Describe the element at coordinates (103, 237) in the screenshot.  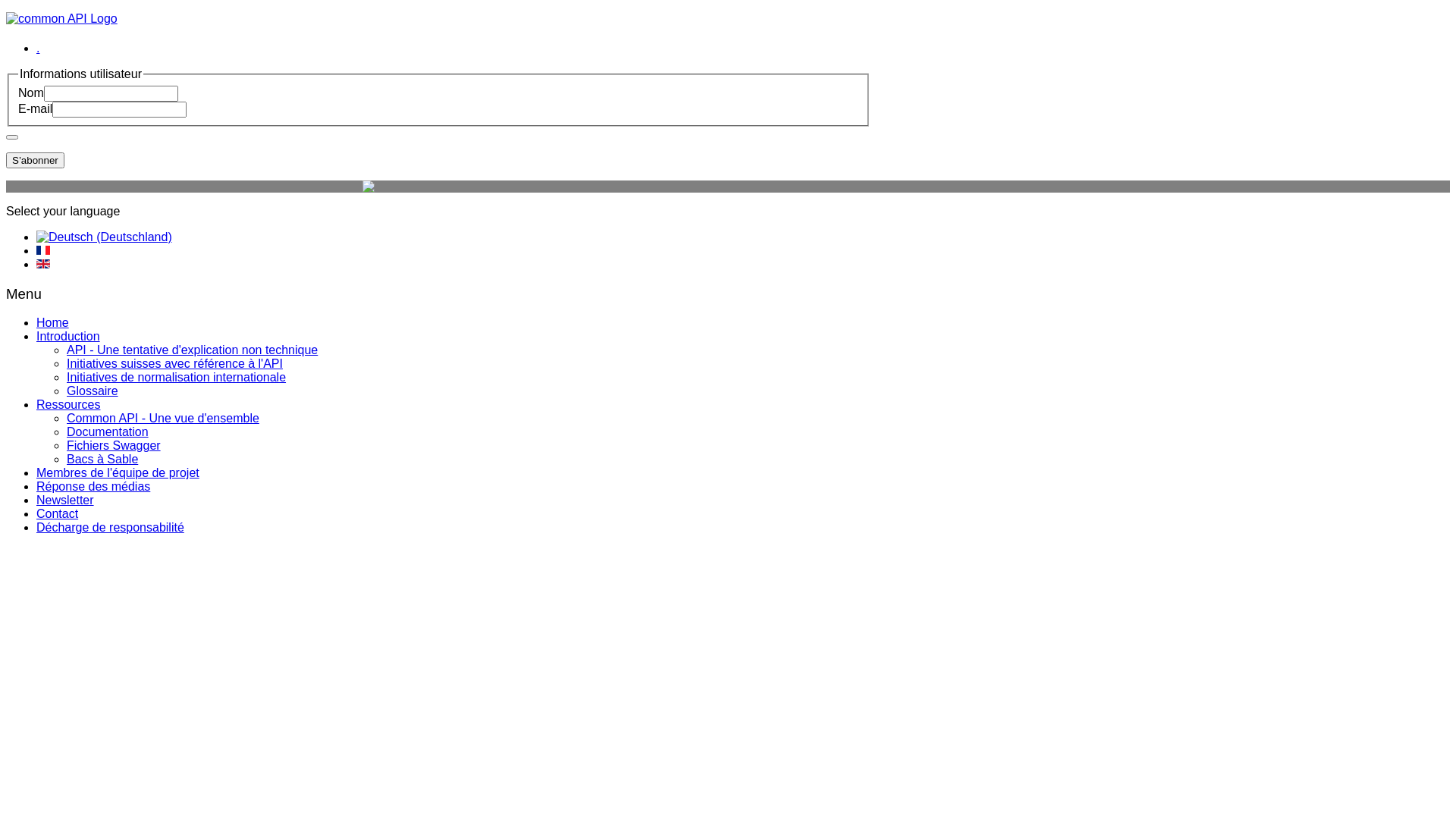
I see `'Deutsch (Deutschland)'` at that location.